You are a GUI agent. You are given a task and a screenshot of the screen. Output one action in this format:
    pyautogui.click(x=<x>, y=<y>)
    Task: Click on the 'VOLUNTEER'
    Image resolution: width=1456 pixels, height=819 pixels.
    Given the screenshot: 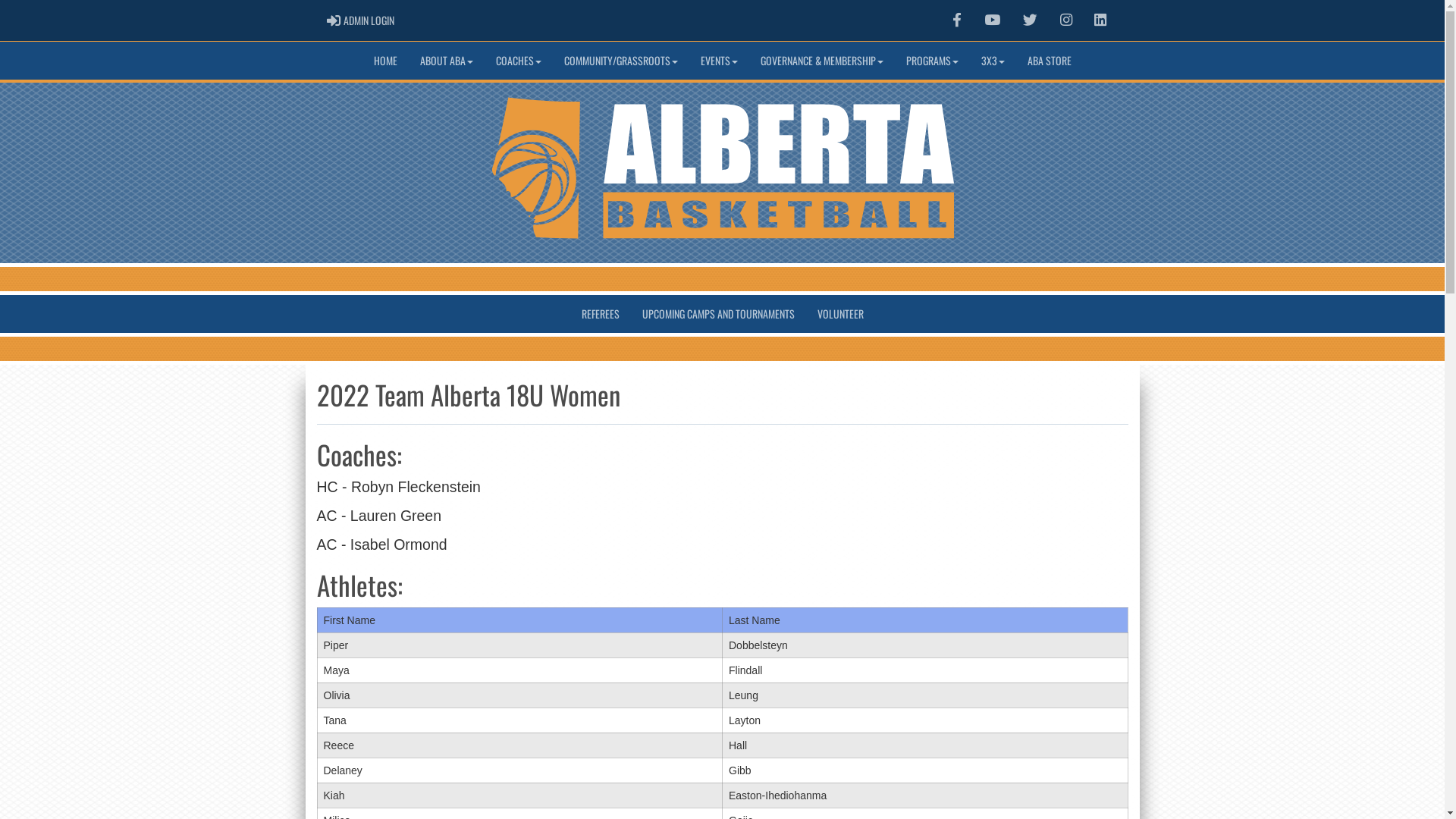 What is the action you would take?
    pyautogui.click(x=839, y=312)
    